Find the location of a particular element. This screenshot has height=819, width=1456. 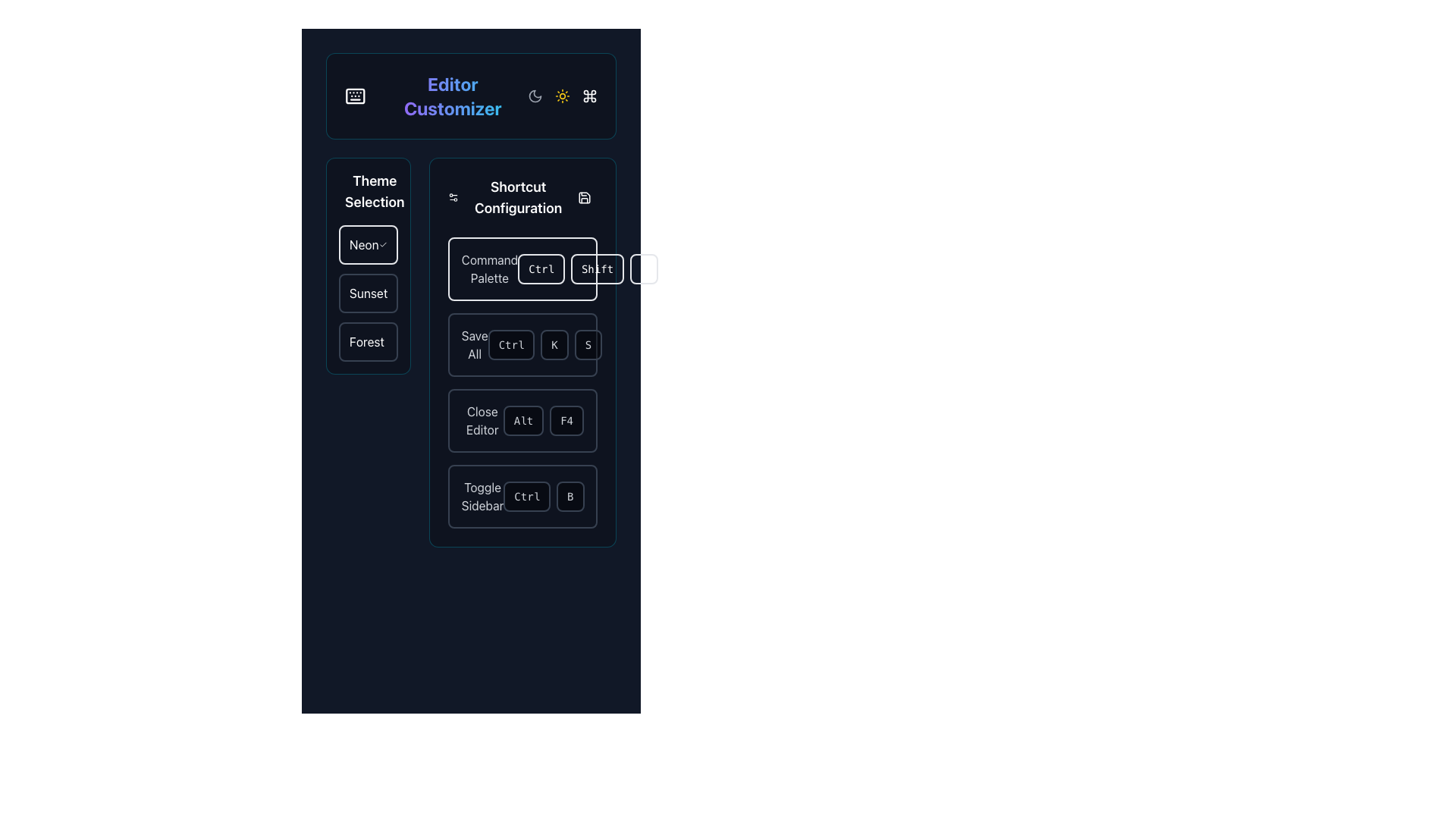

the button displaying the letter 'P' in the 'Shortcut Configuration' section, which has a semi-transparent cyan background and is the last button in a horizontal list is located at coordinates (644, 268).